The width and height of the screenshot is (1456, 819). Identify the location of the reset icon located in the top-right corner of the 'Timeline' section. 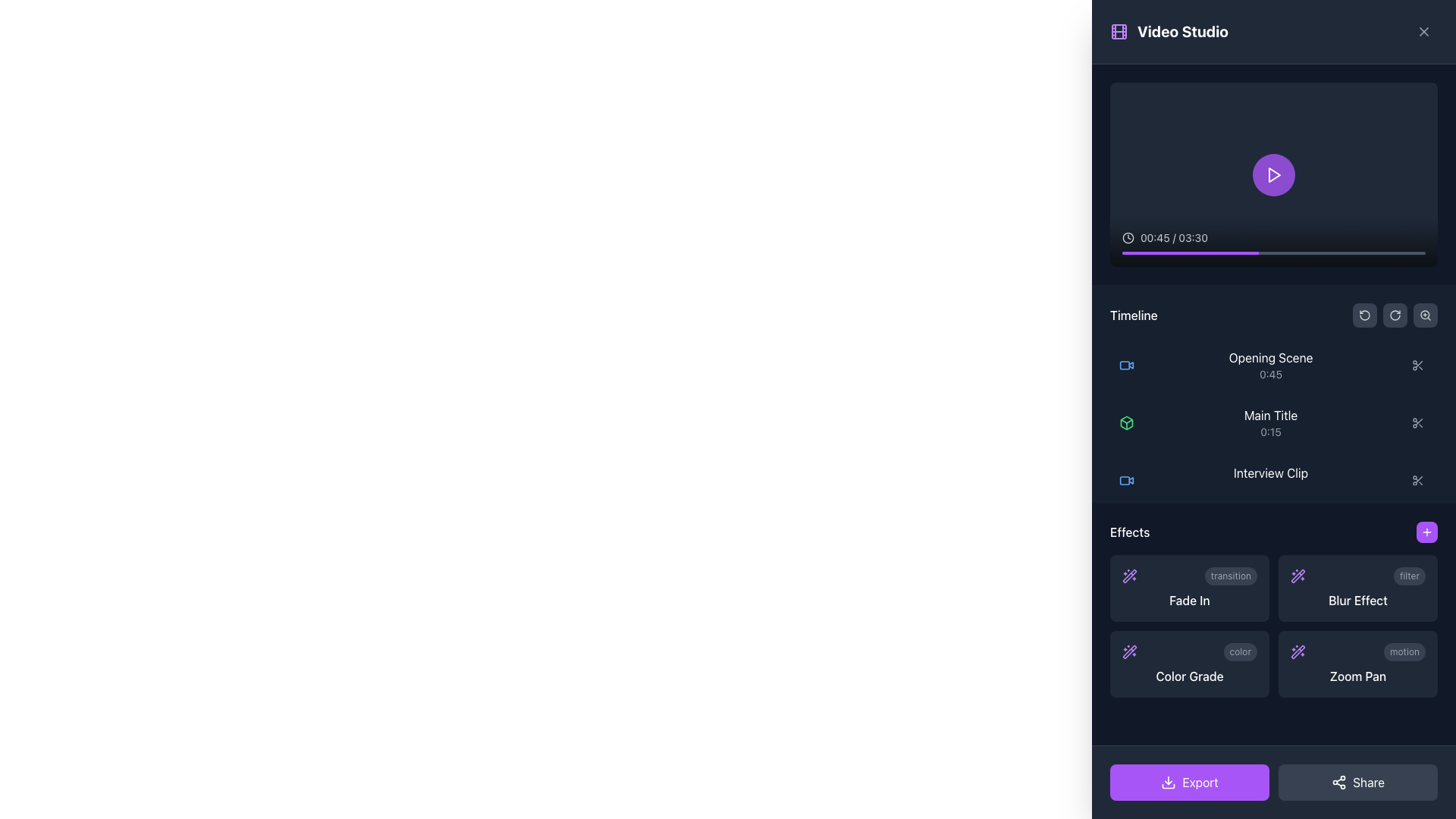
(1365, 315).